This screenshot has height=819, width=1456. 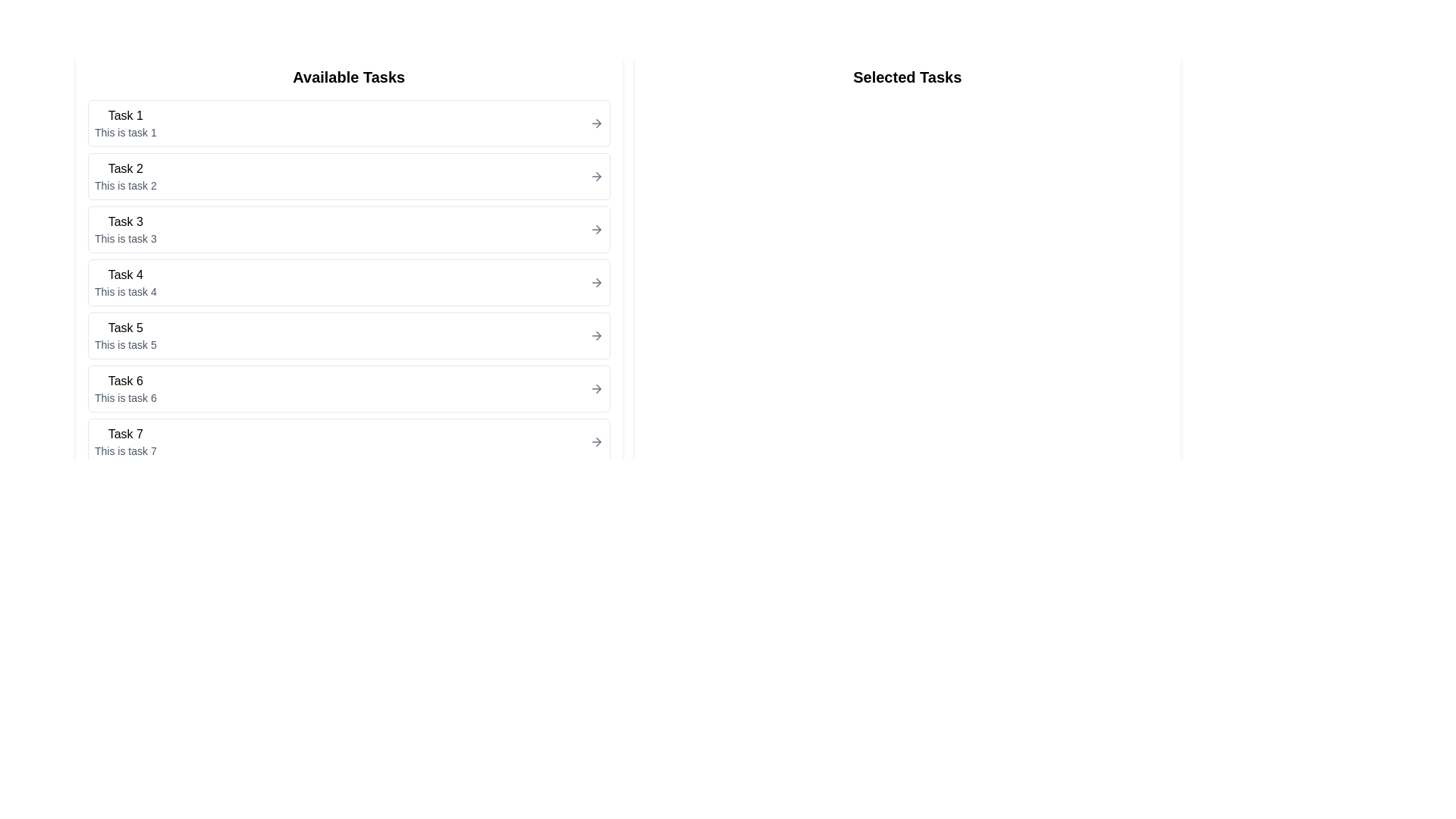 What do you see at coordinates (348, 230) in the screenshot?
I see `the third Interactive Card` at bounding box center [348, 230].